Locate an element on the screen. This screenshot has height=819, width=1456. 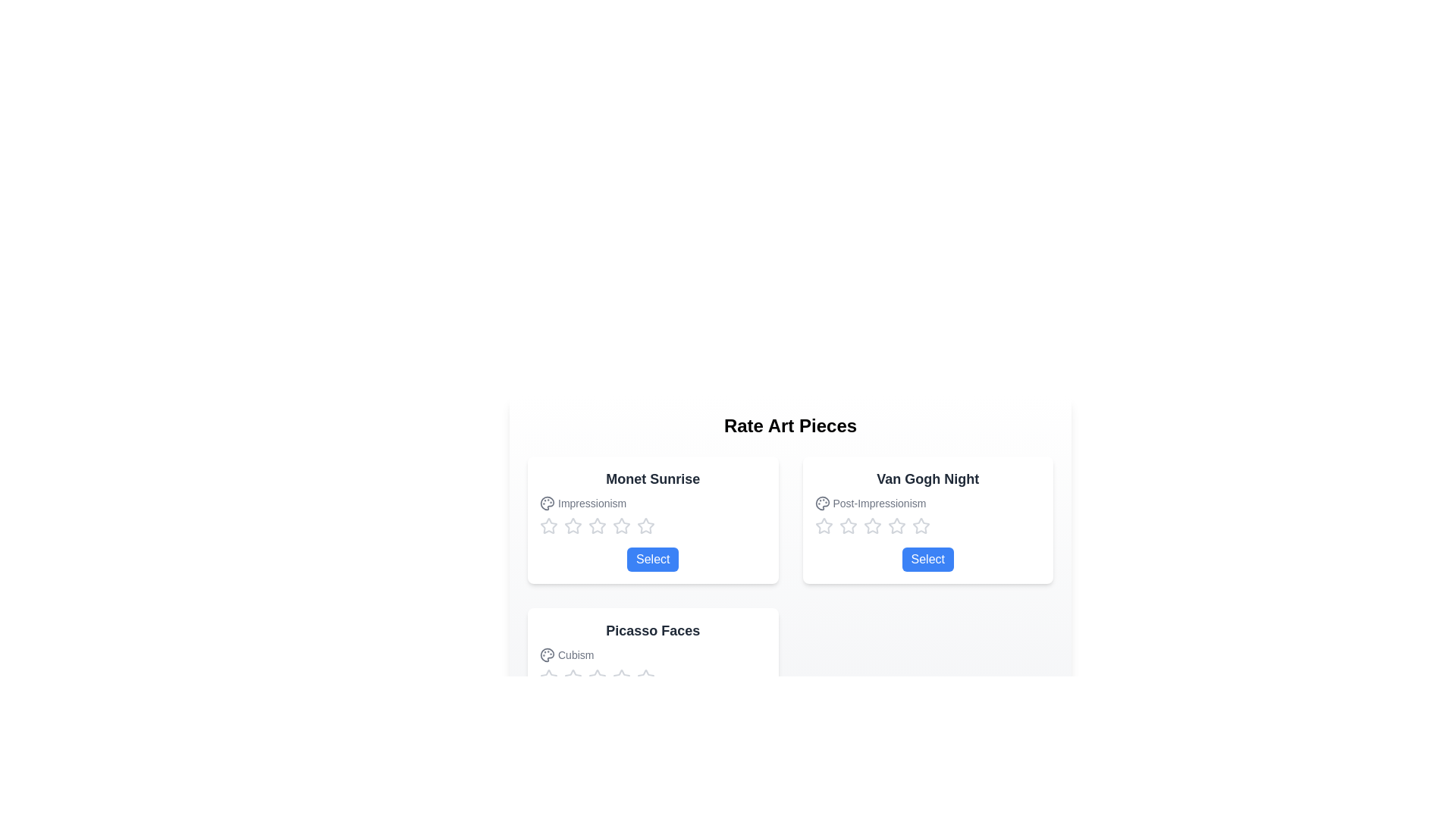
the static text label displaying 'Monet Sunrise' in bold and large font, which is centrally placed within the top-left card of the grid layout is located at coordinates (653, 479).